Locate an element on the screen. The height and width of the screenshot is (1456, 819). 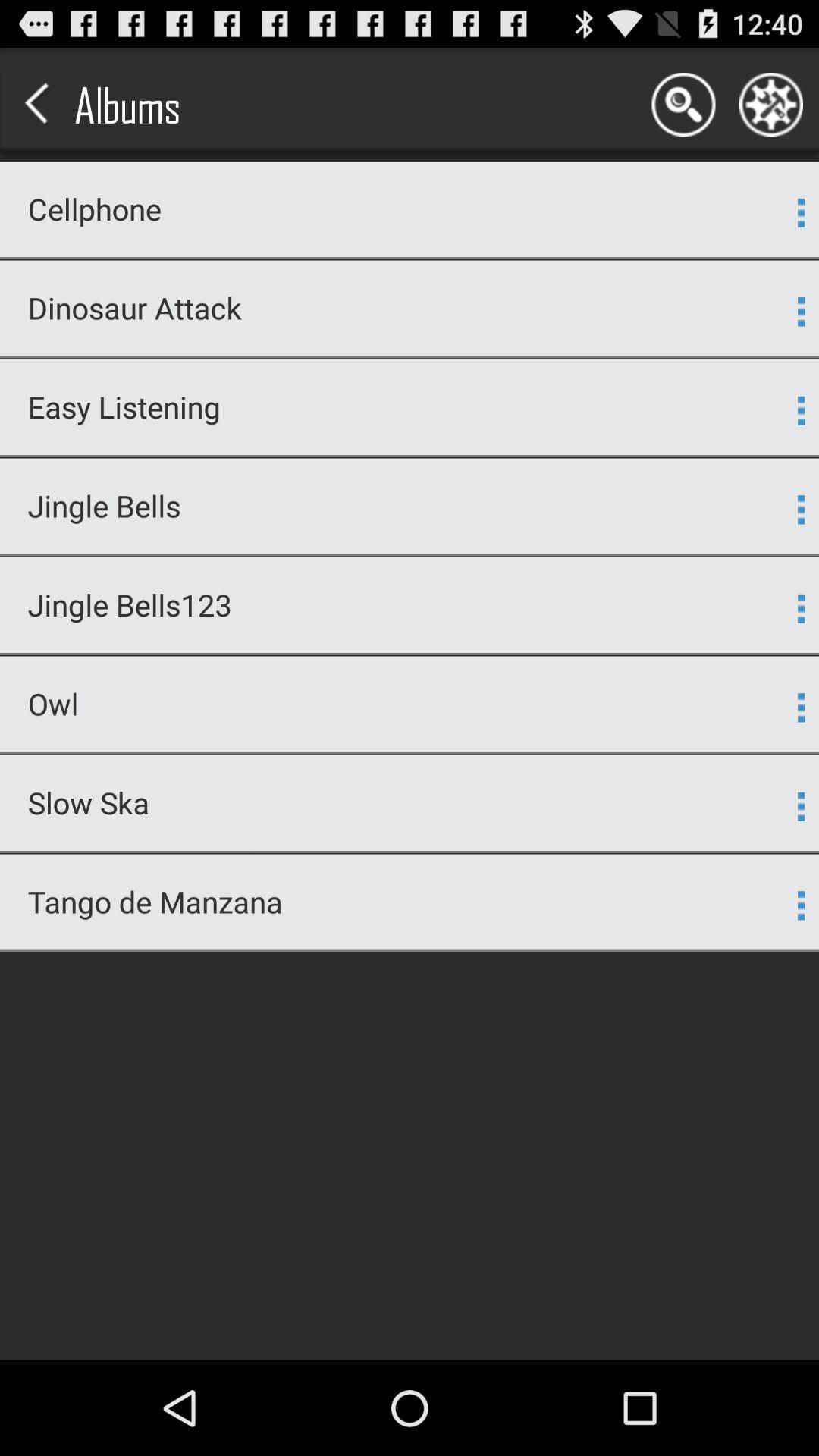
the item below the owl is located at coordinates (409, 753).